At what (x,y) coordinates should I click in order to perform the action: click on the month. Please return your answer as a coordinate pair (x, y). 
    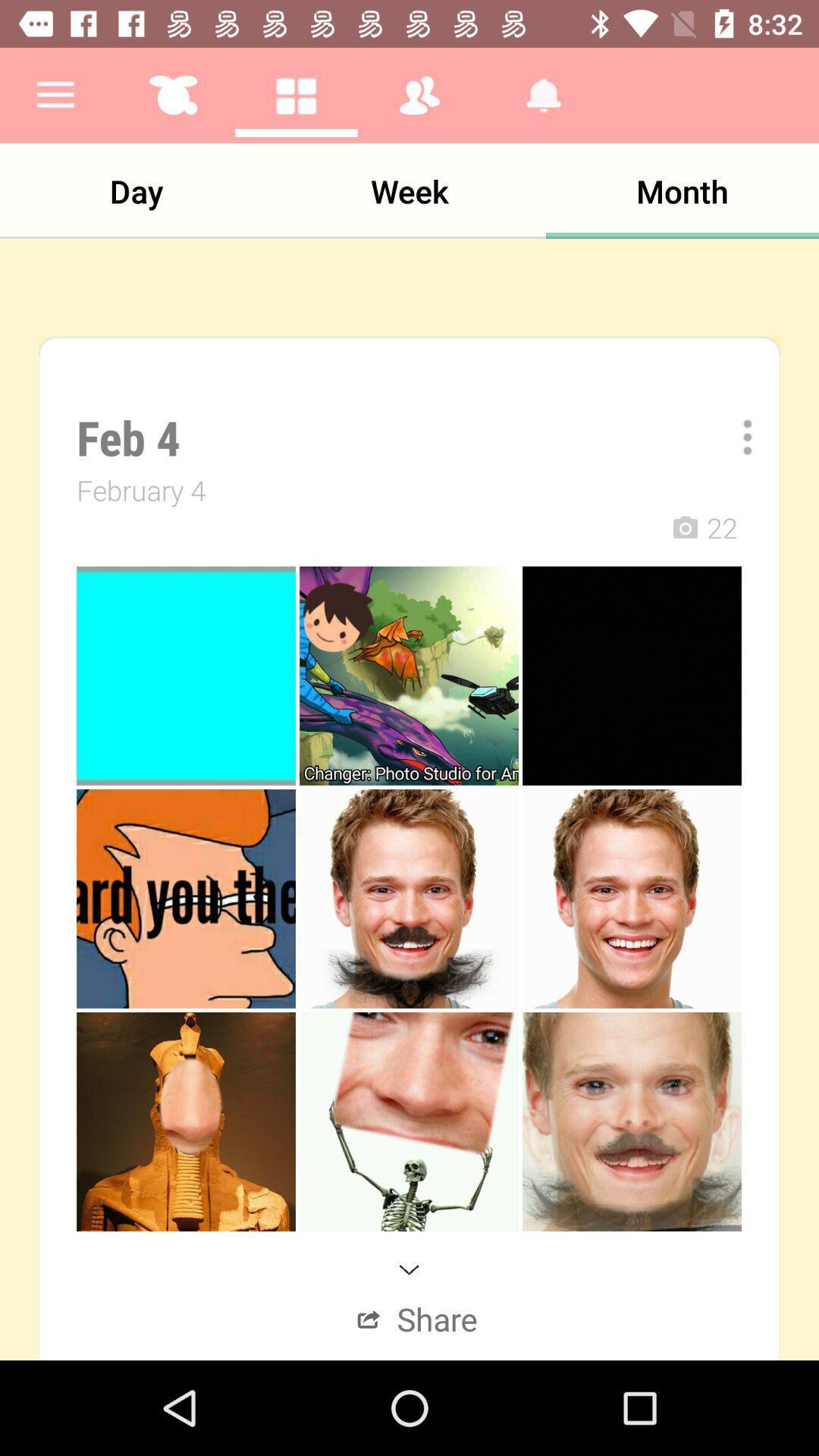
    Looking at the image, I should click on (681, 190).